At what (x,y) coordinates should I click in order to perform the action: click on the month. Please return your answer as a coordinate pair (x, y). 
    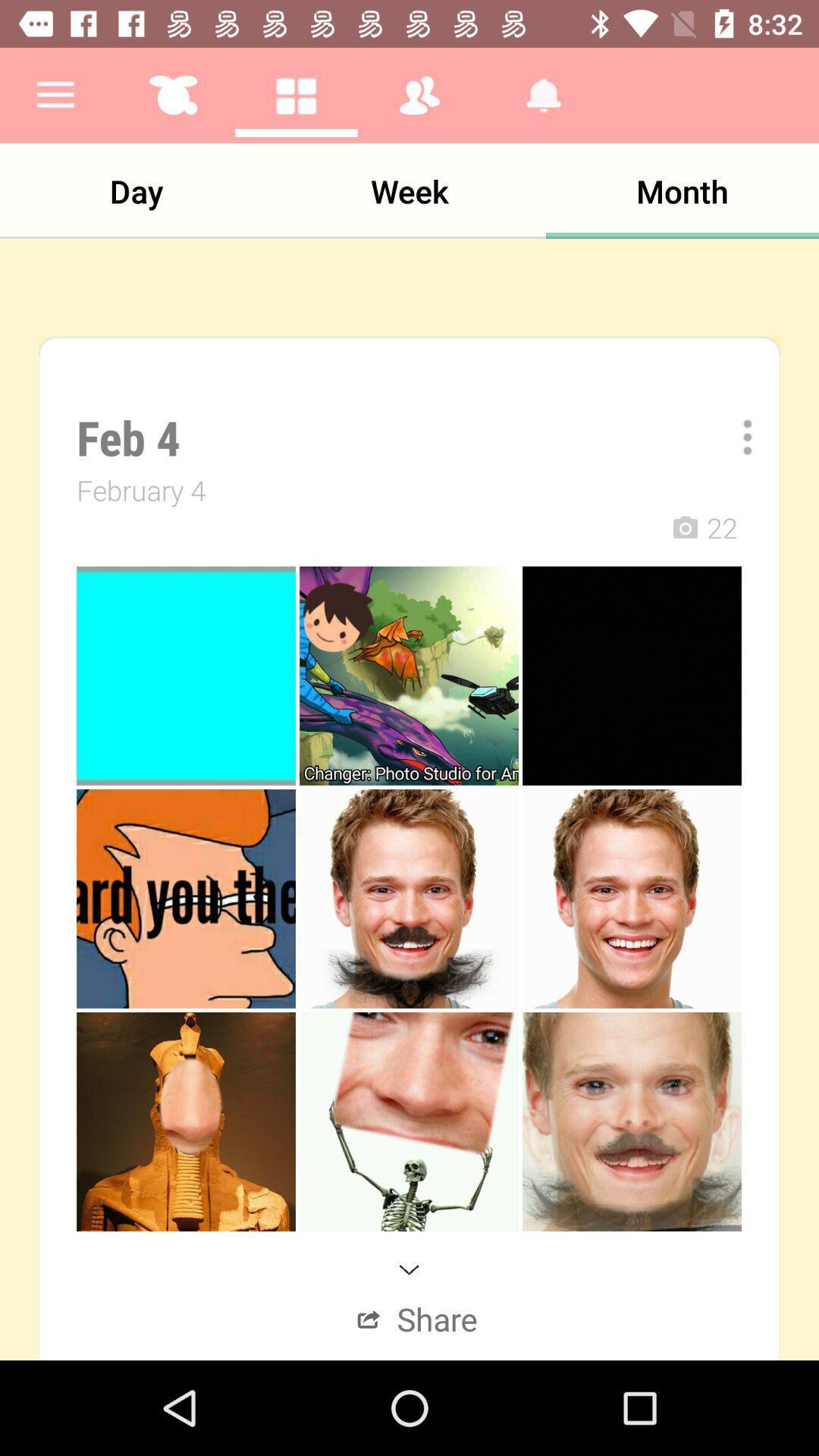
    Looking at the image, I should click on (681, 190).